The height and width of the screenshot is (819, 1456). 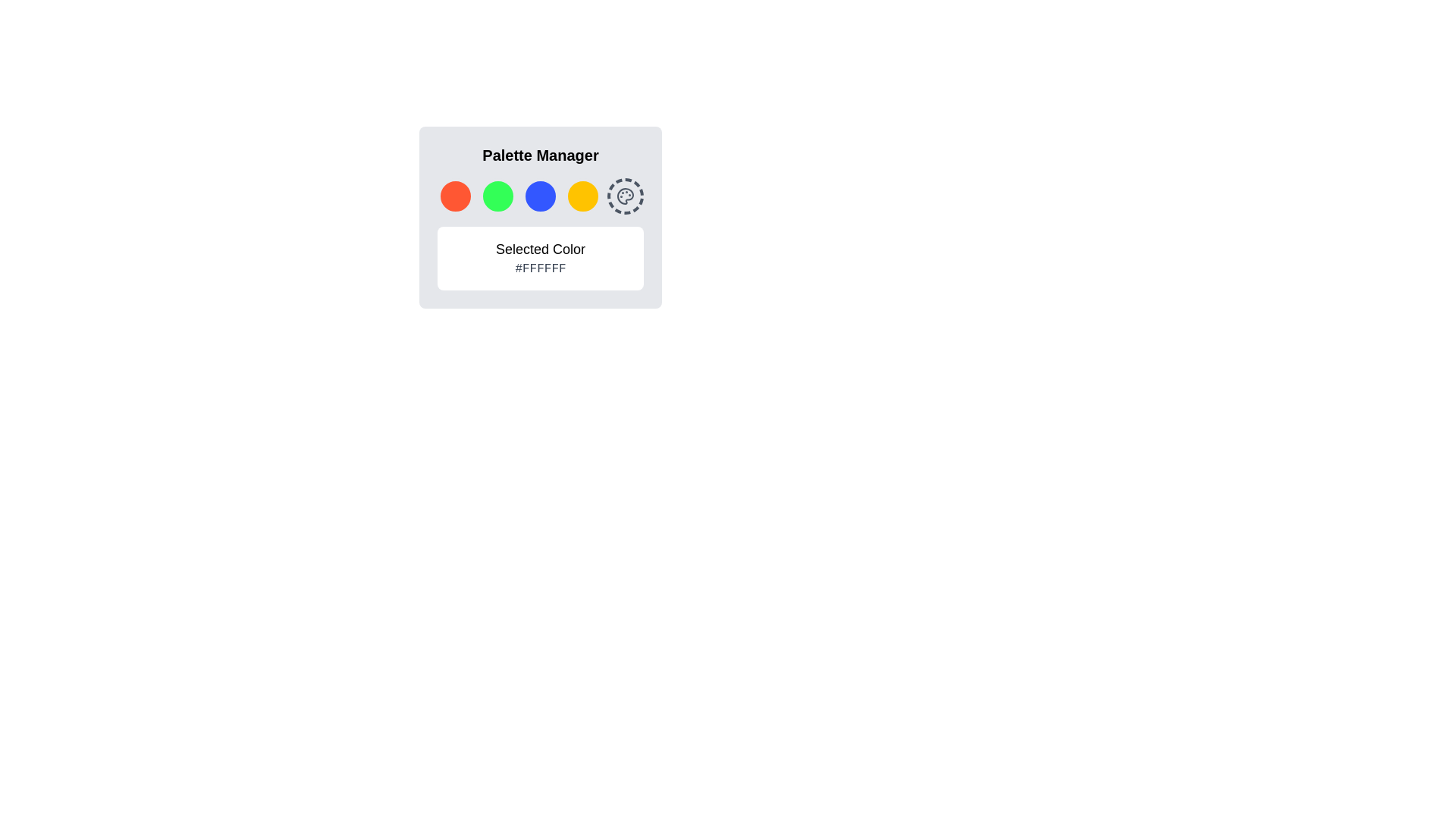 I want to click on the center of the palette icon element located in the top-right section of the interface, which represents artistic functionalities, so click(x=626, y=195).